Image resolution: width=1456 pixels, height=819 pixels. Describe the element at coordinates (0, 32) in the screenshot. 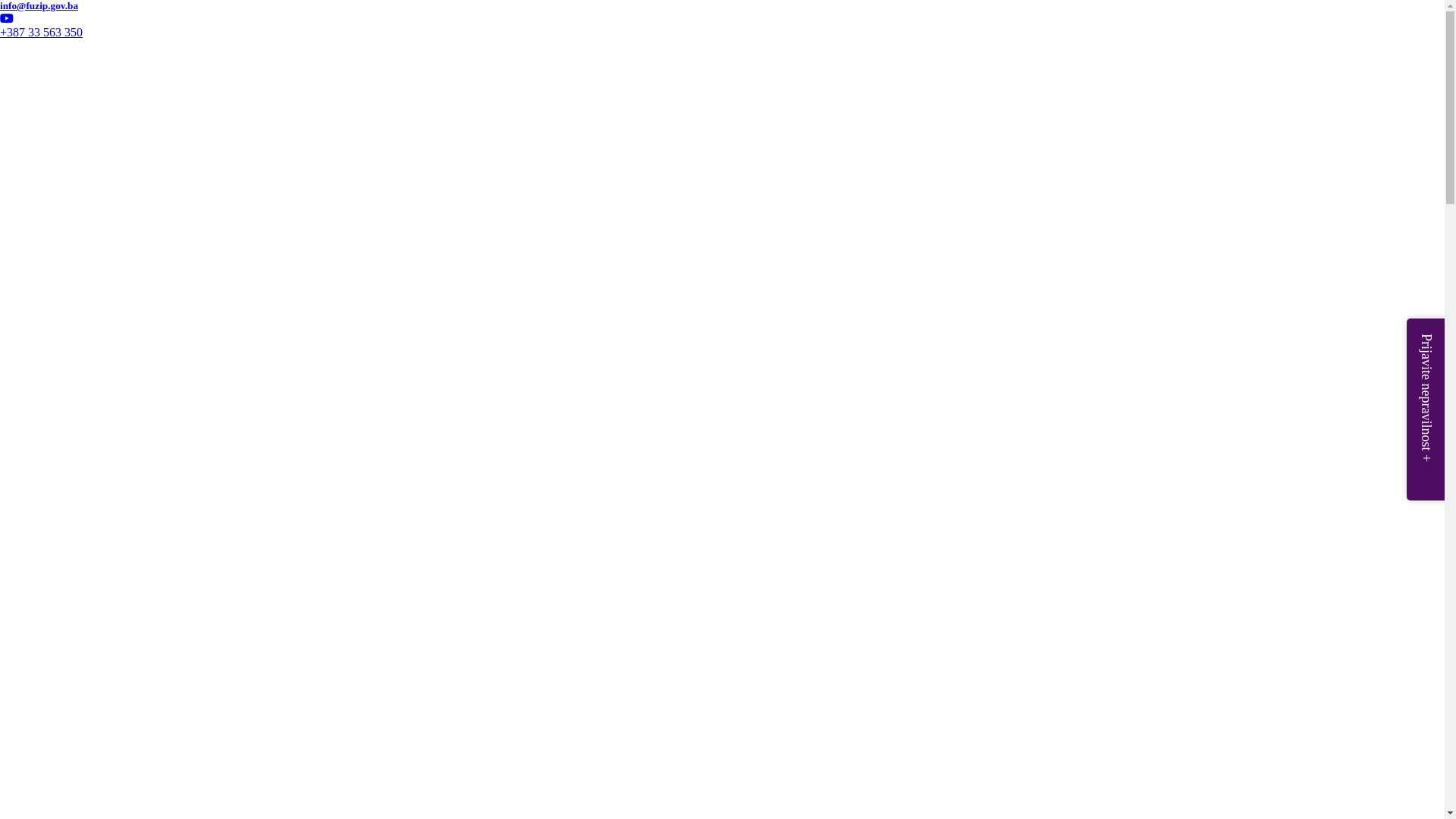

I see `'+387 33 563 350'` at that location.